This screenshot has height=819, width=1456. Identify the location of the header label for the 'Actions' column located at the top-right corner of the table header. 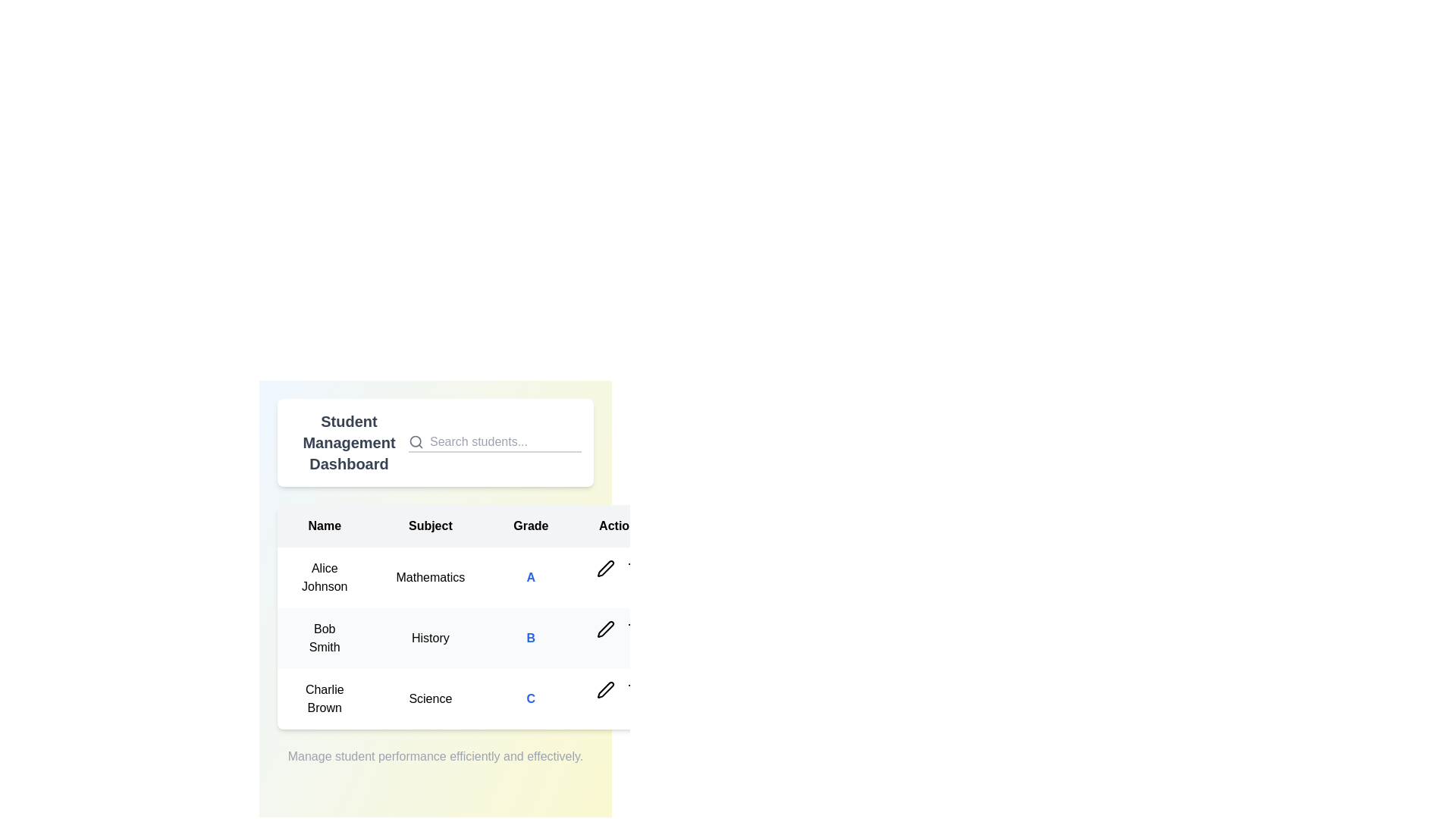
(621, 526).